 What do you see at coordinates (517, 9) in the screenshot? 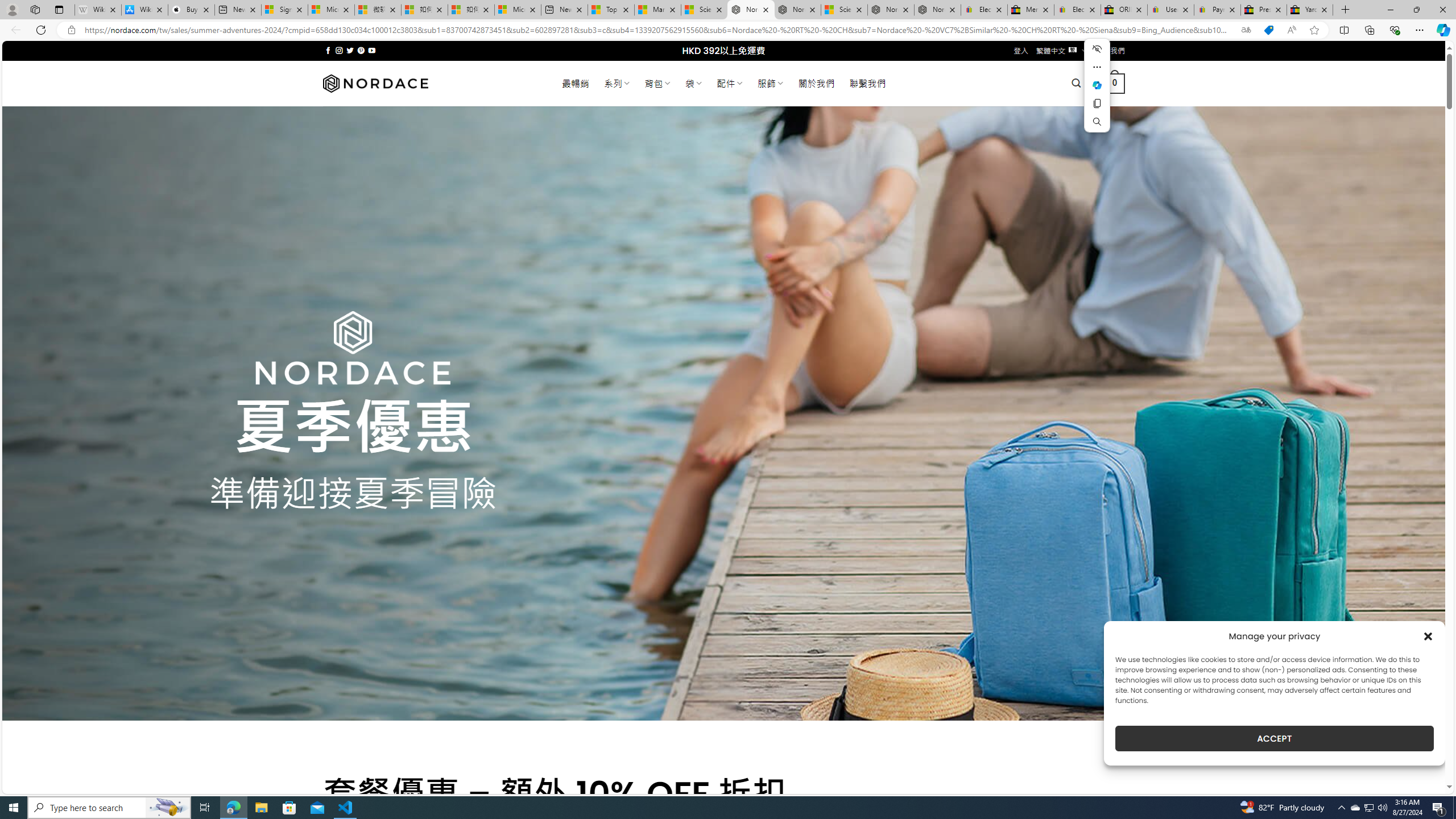
I see `'Microsoft account | Account Checkup'` at bounding box center [517, 9].